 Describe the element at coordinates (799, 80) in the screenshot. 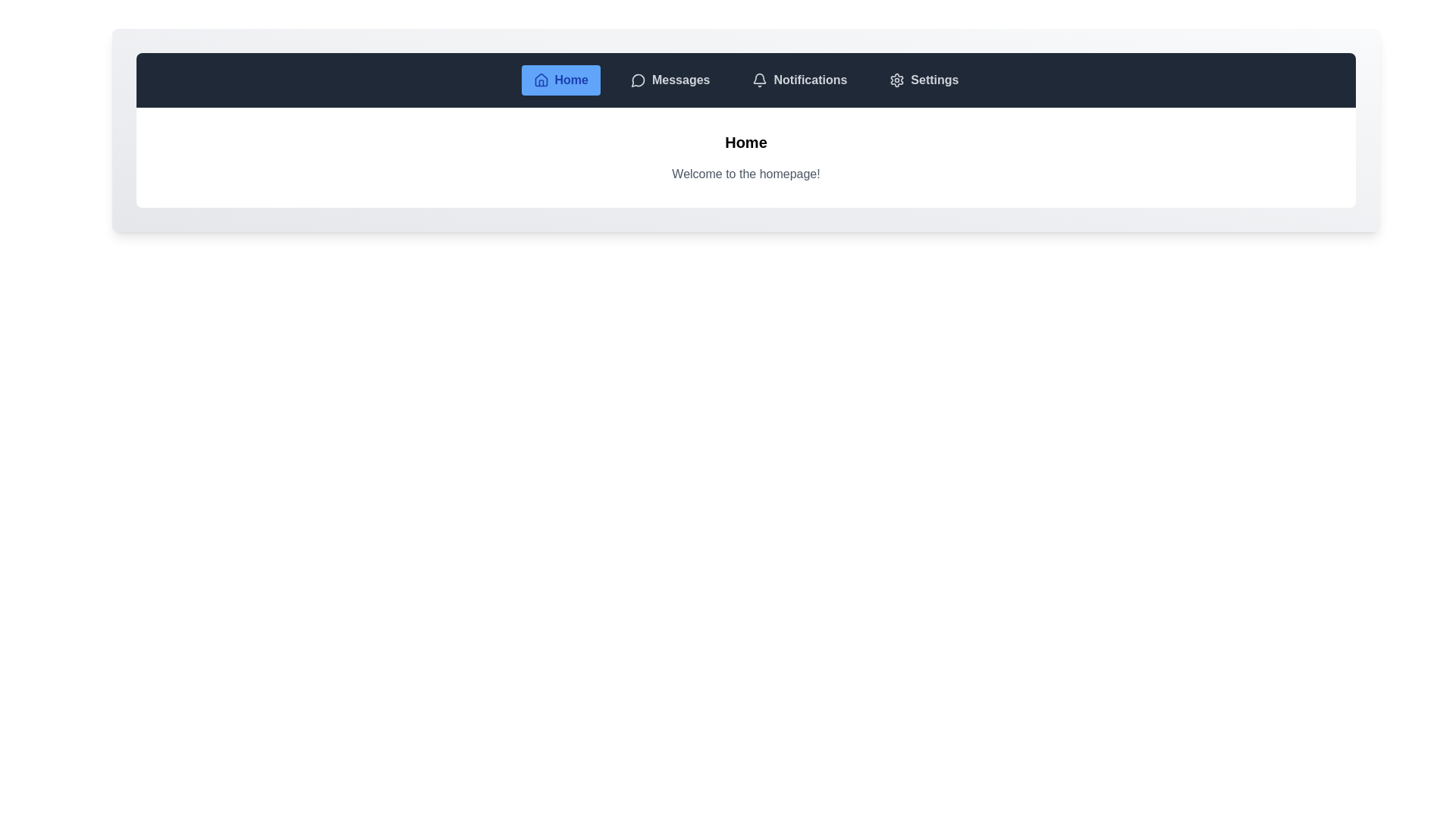

I see `the tab labeled Notifications from the navigation bar` at that location.